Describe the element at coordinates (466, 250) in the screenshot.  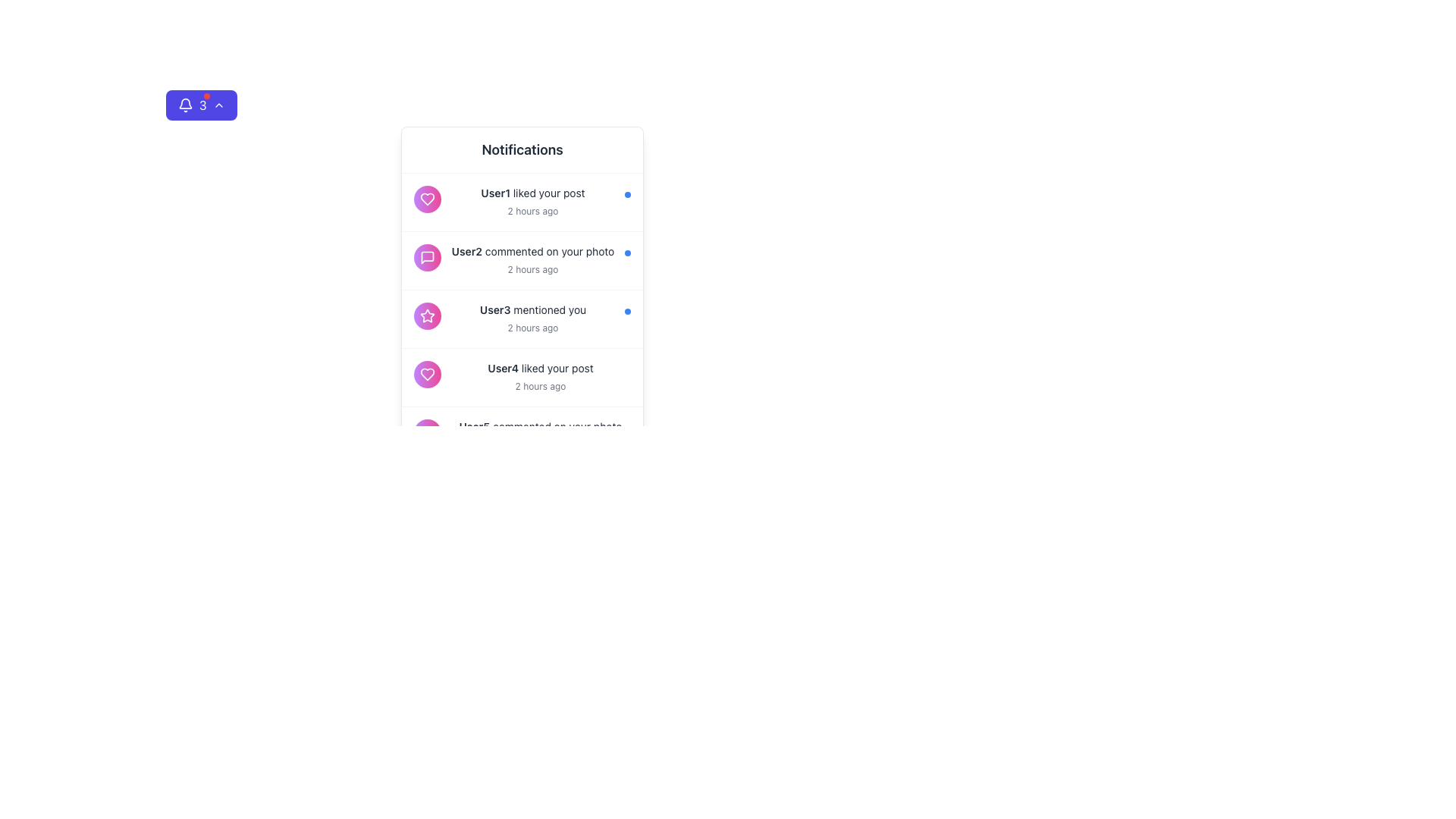
I see `the text label that identifies the user in the notification message 'User2 commented on your photo', located in the second notification entry of the notifications list` at that location.